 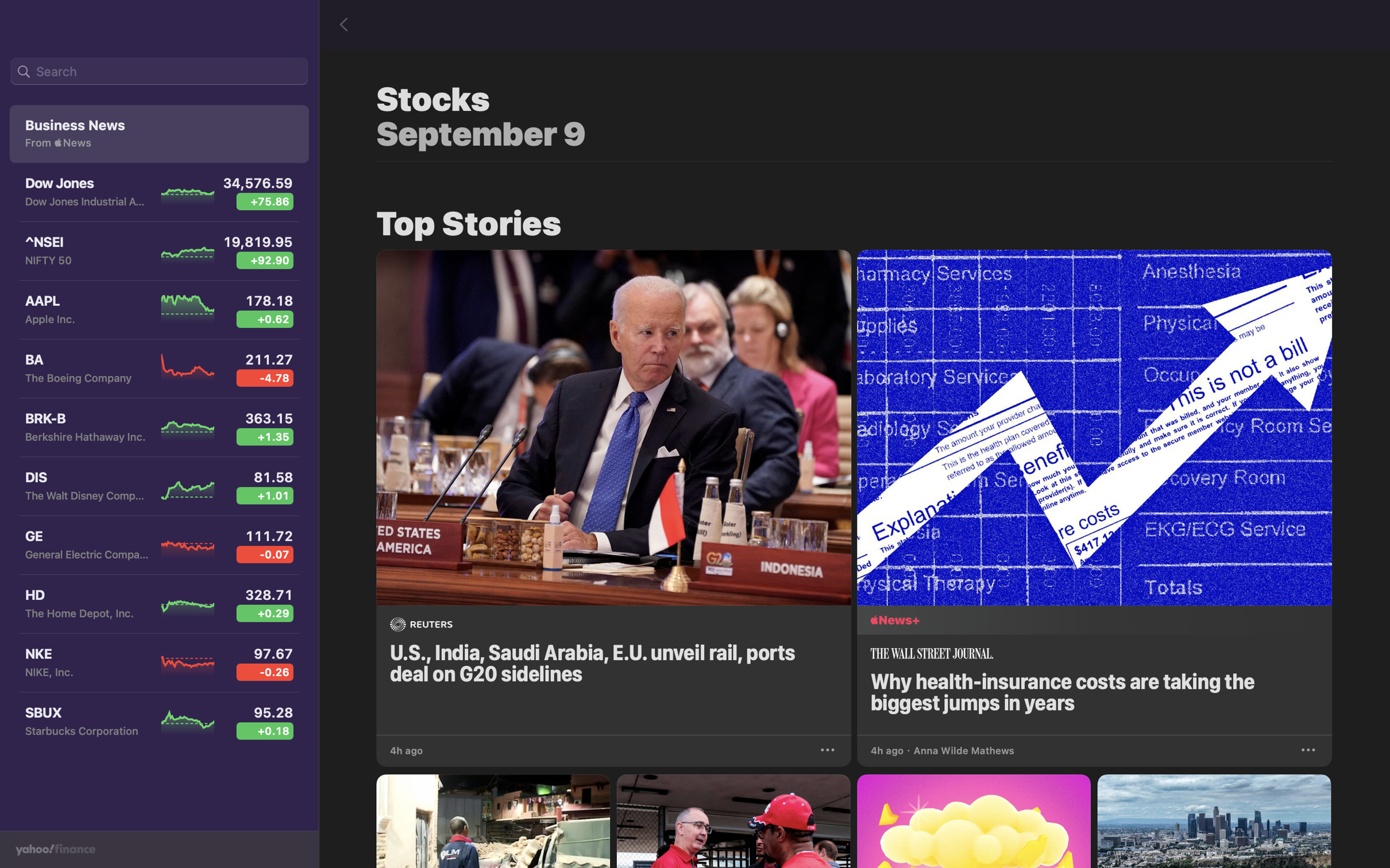 I want to click on the search bar on the top left and type "Aurora" stock, so click(x=159, y=72).